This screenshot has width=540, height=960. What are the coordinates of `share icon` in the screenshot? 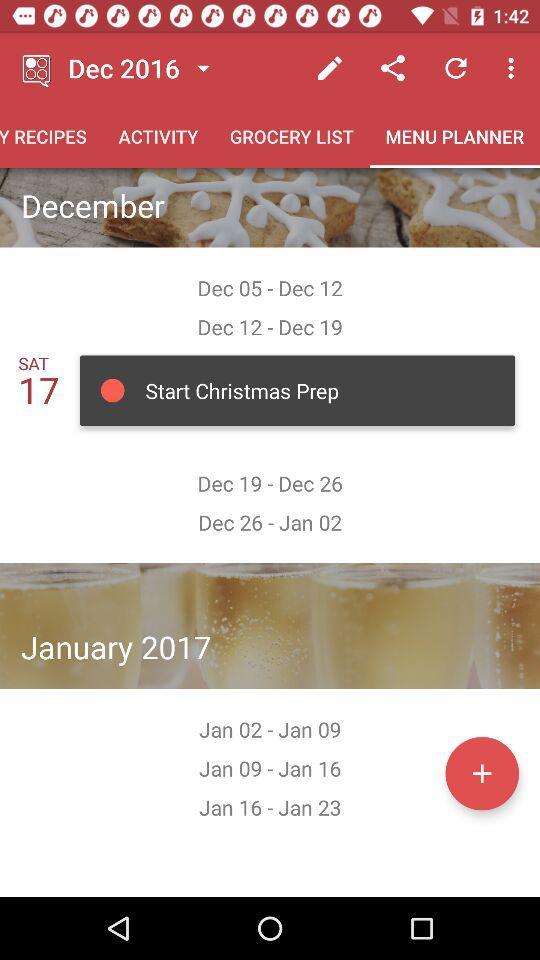 It's located at (393, 68).